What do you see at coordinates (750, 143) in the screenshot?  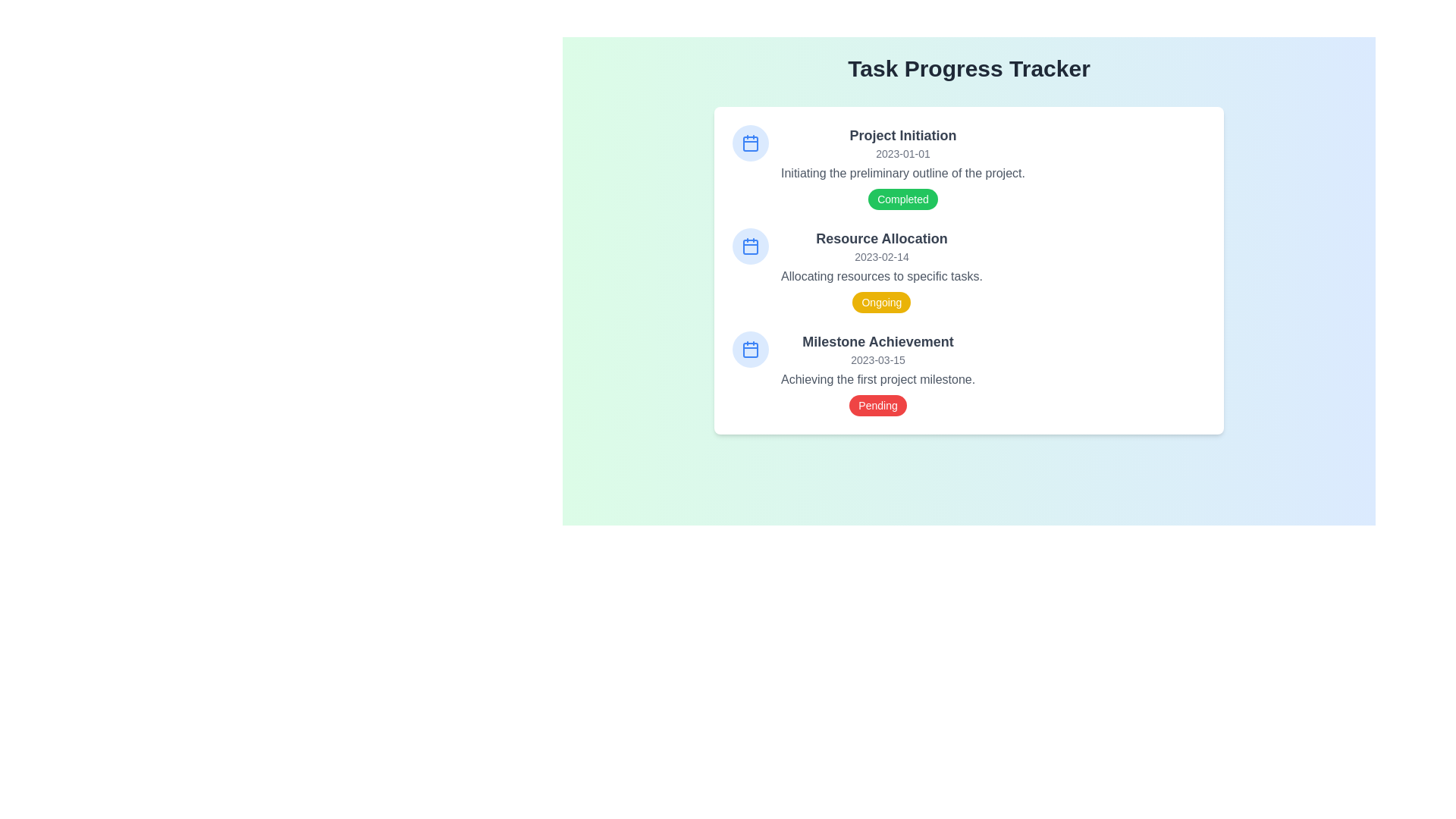 I see `the calendar icon located to the left of the 'Project Initiation' task entry in the task progress tracker` at bounding box center [750, 143].